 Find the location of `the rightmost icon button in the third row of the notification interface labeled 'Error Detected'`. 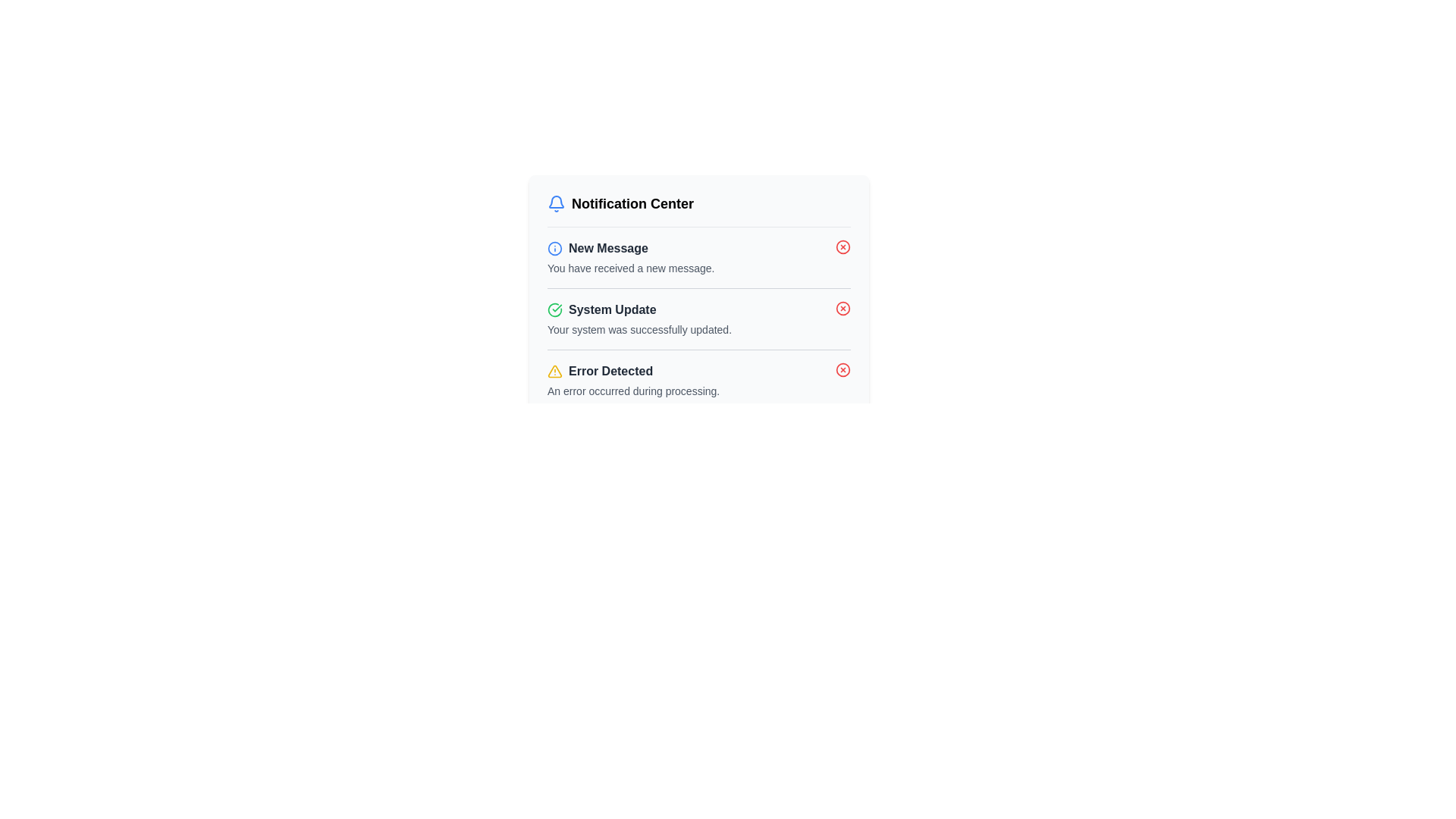

the rightmost icon button in the third row of the notification interface labeled 'Error Detected' is located at coordinates (843, 370).